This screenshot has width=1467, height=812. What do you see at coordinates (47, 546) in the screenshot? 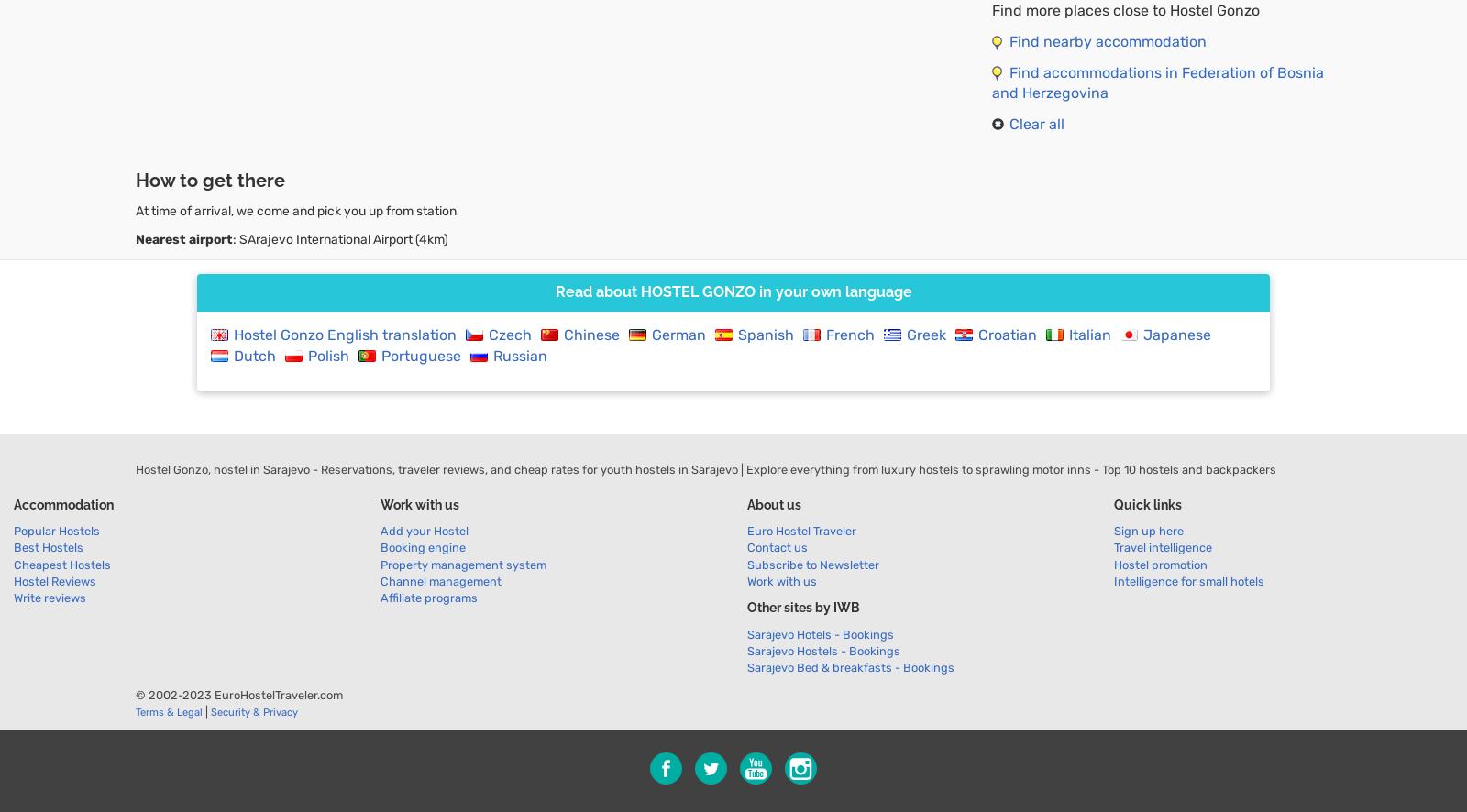
I see `'Best Hostels'` at bounding box center [47, 546].